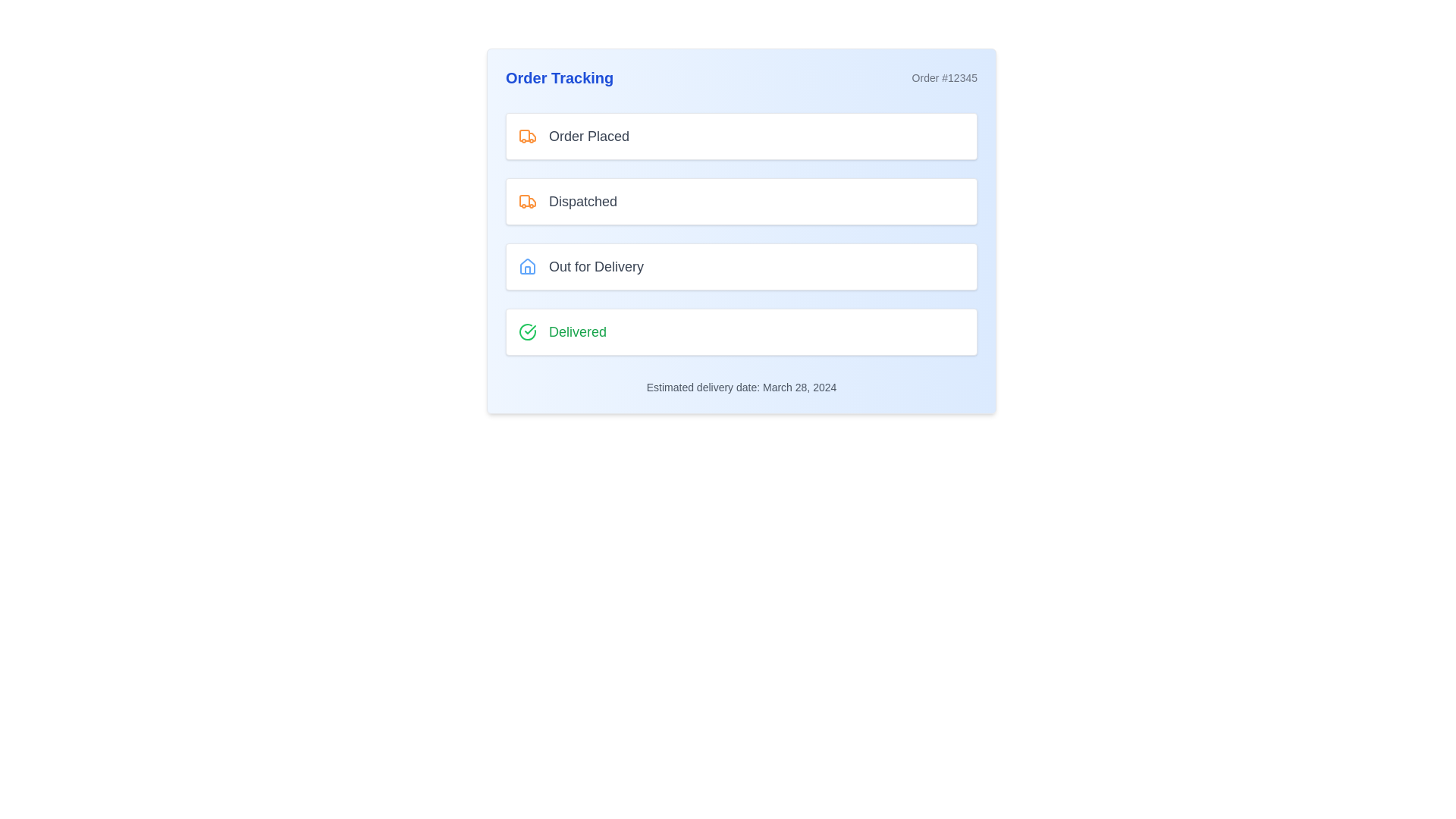 The image size is (1456, 819). Describe the element at coordinates (577, 331) in the screenshot. I see `the Text Label displaying 'Delivered' in a medium-sized green font, located in the fourth row of the tracking interface, to indicate successful delivery` at that location.